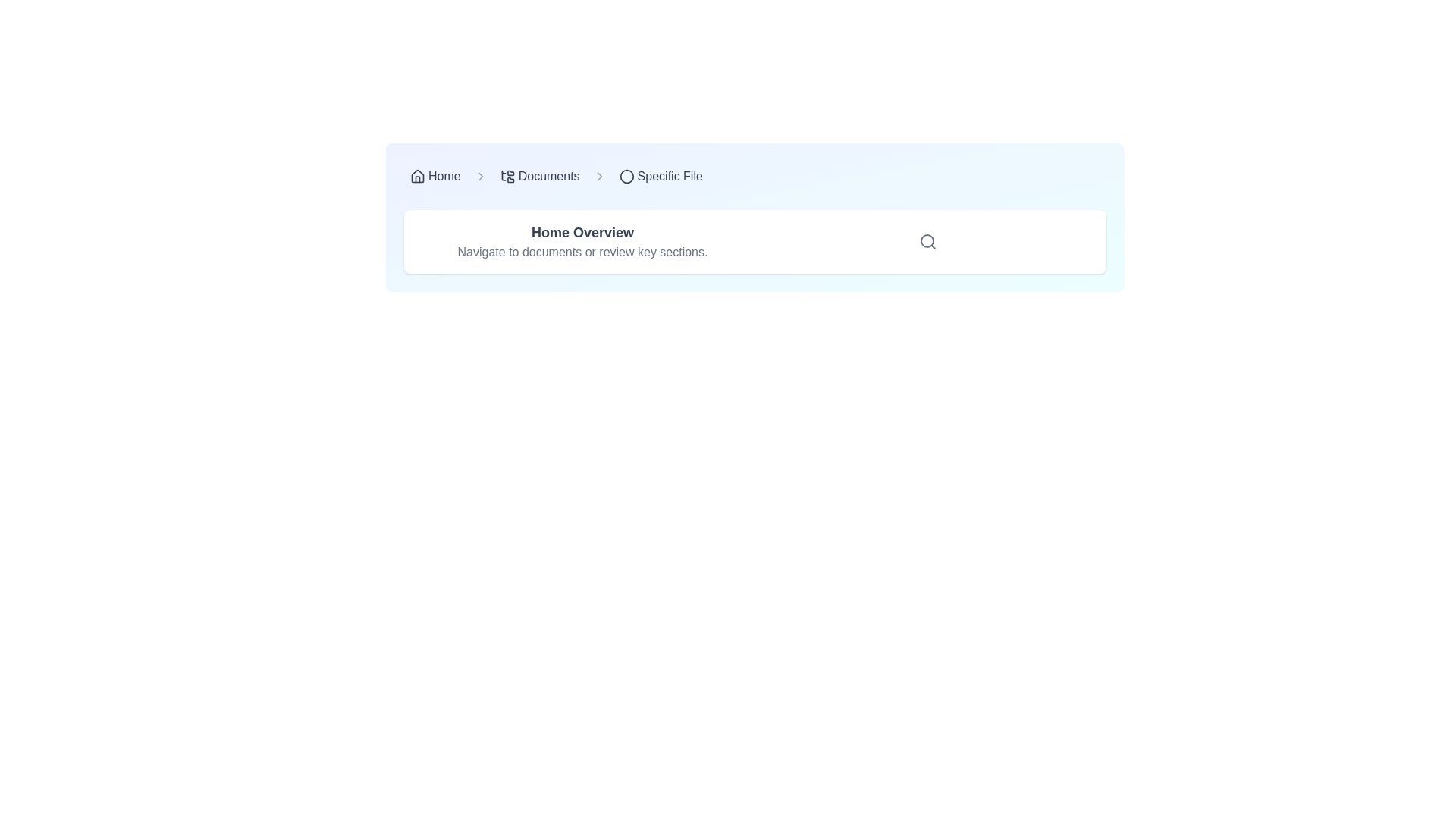  What do you see at coordinates (582, 251) in the screenshot?
I see `the static text label that reads 'Navigate to documents or review key sections,' which is styled in gray and positioned below the 'Home Overview' heading` at bounding box center [582, 251].